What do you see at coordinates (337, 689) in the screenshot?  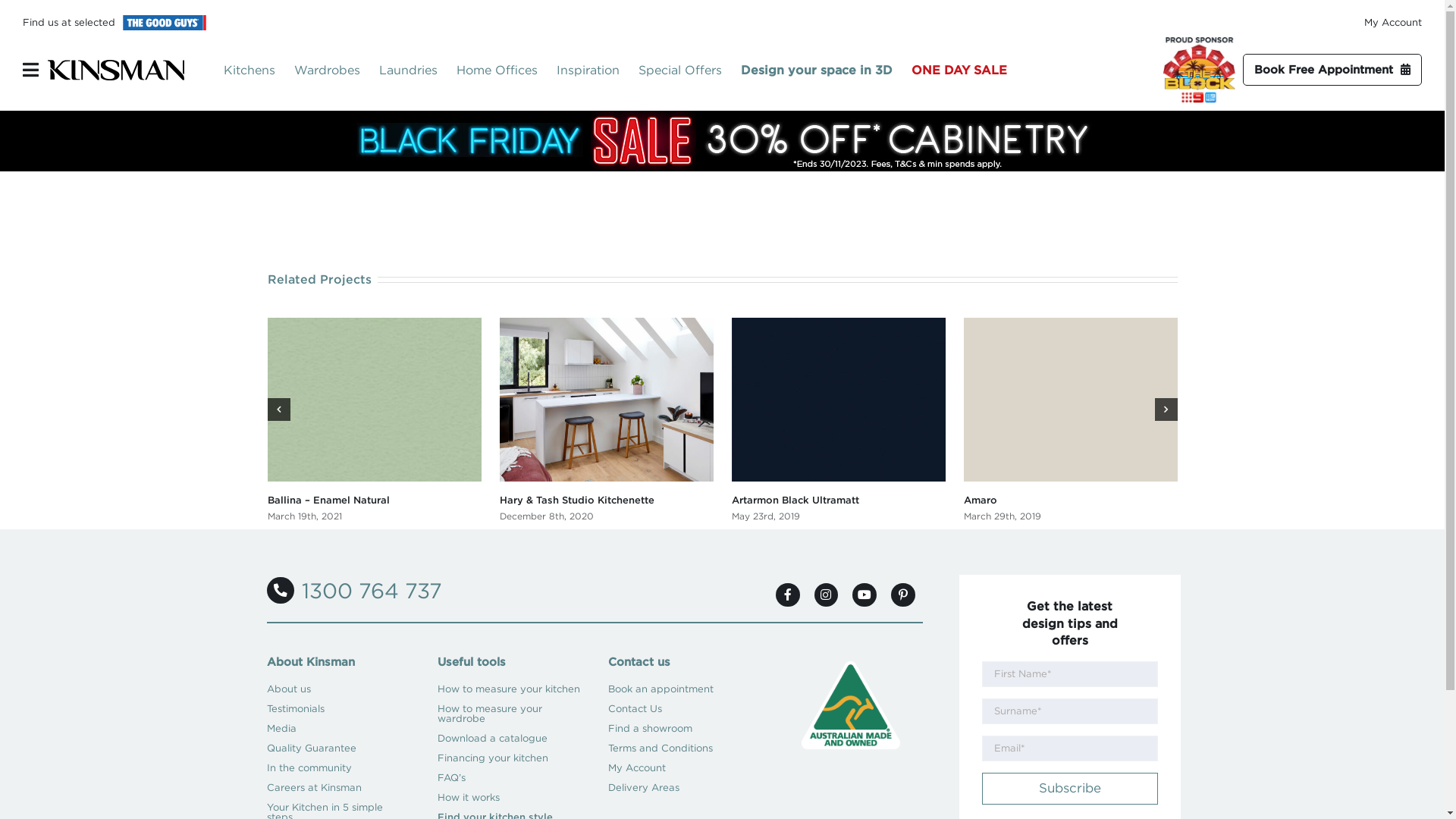 I see `'About us'` at bounding box center [337, 689].